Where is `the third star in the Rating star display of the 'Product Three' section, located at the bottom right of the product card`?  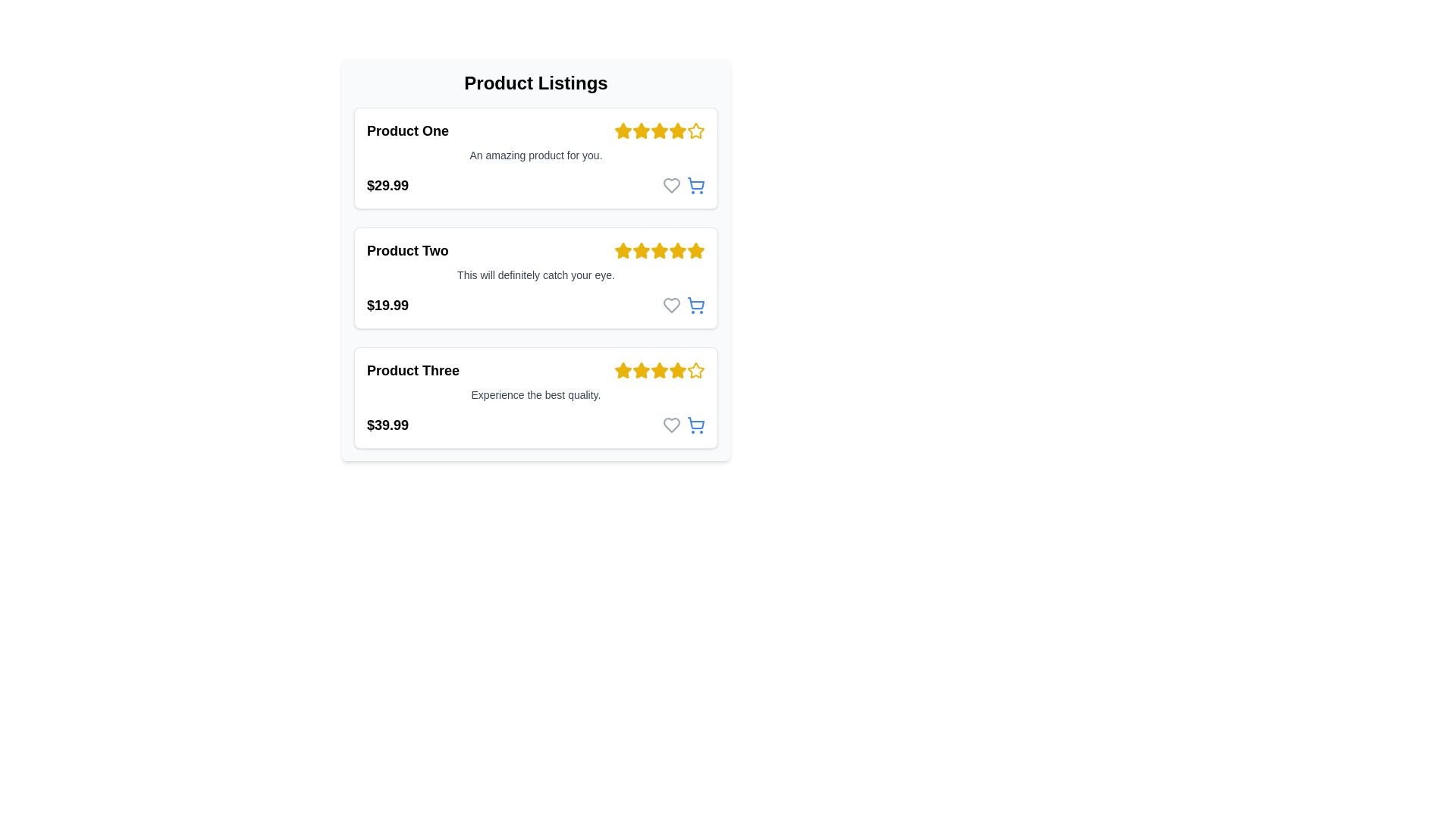 the third star in the Rating star display of the 'Product Three' section, located at the bottom right of the product card is located at coordinates (659, 371).